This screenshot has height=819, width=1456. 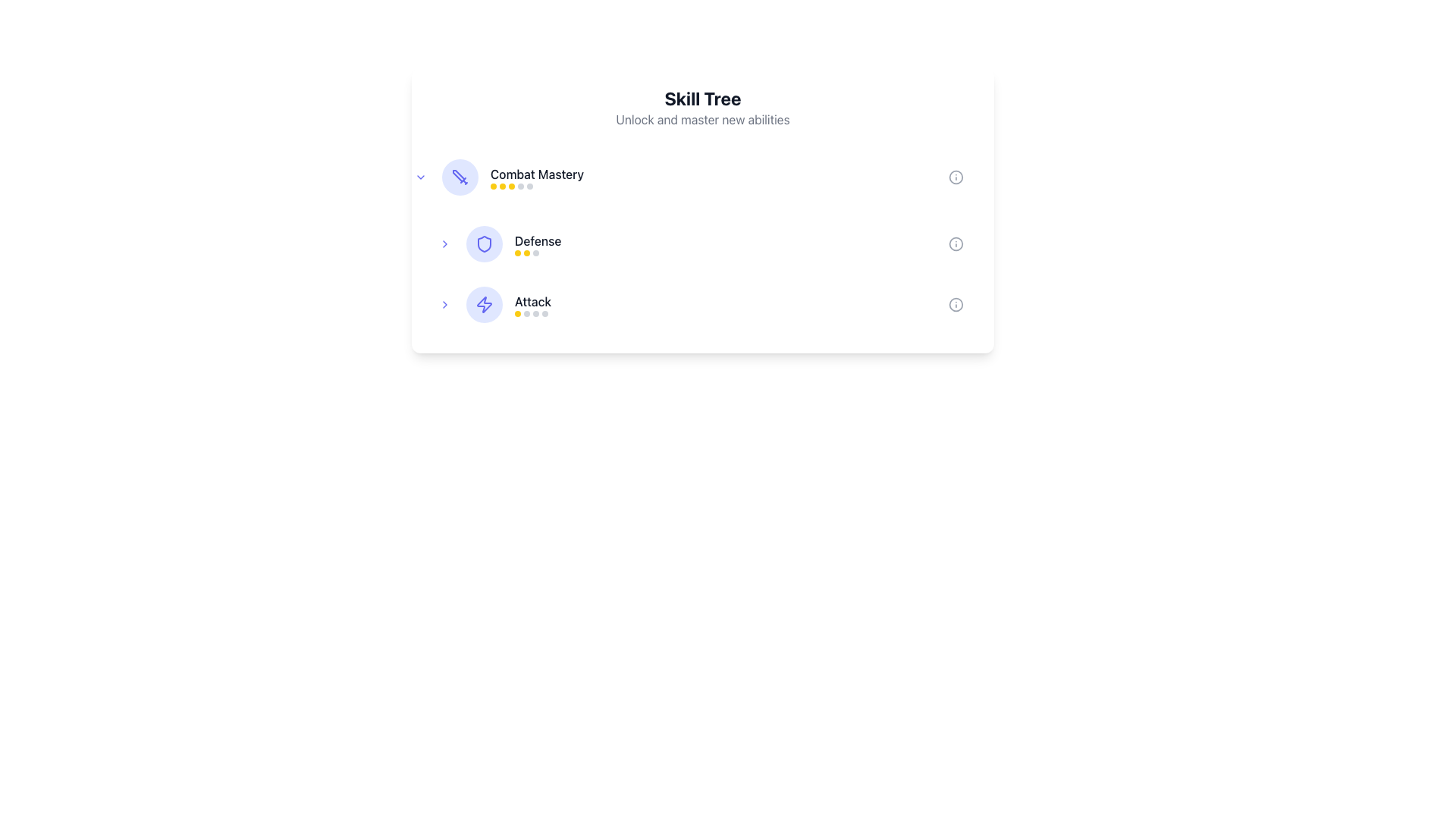 I want to click on the 'Combat Mastery' skill icon, which is located to the left of the text 'Combat Mastery' in the Skill Tree section, so click(x=459, y=177).